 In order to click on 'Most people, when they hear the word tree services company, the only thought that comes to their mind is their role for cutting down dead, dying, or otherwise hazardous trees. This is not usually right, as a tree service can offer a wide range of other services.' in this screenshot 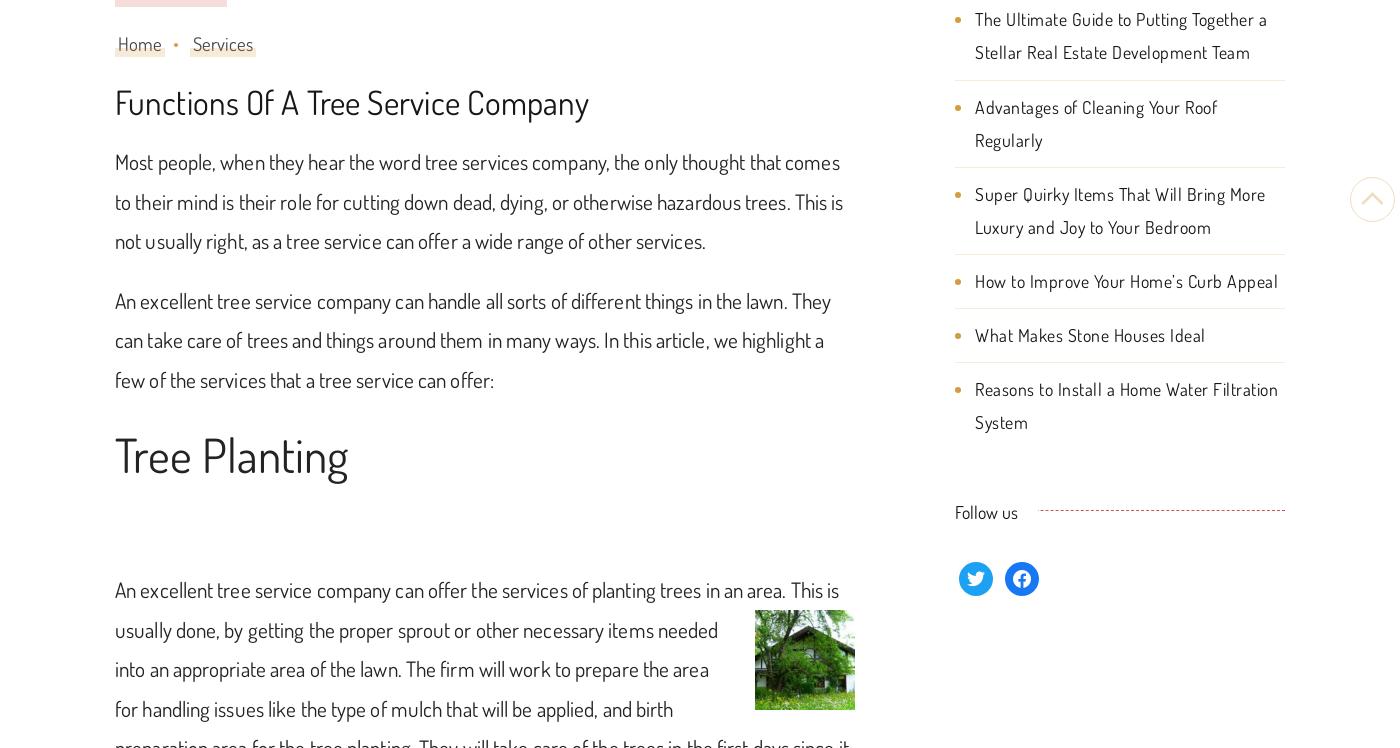, I will do `click(114, 200)`.